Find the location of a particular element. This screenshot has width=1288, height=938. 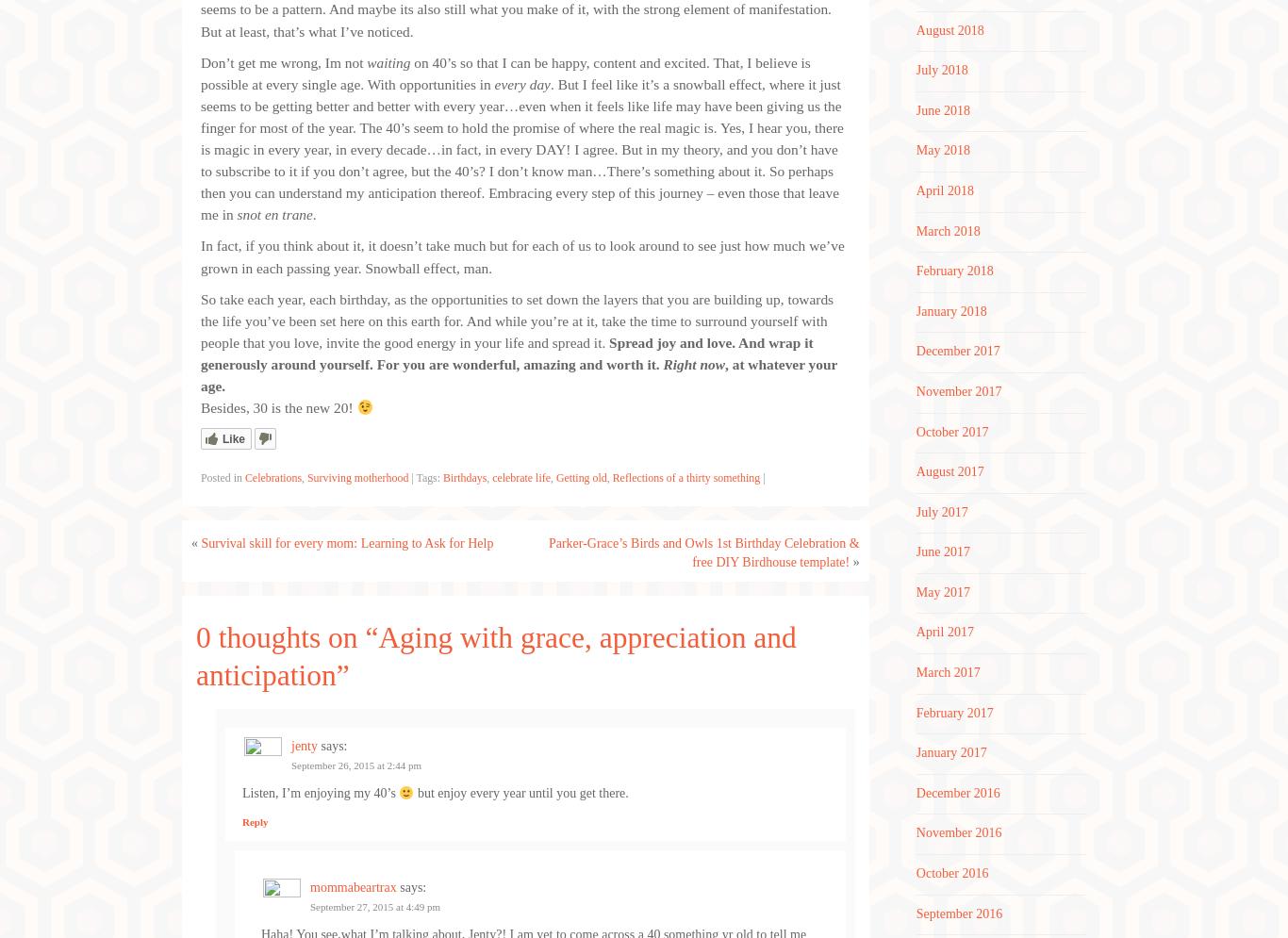

'February 2018' is located at coordinates (915, 270).